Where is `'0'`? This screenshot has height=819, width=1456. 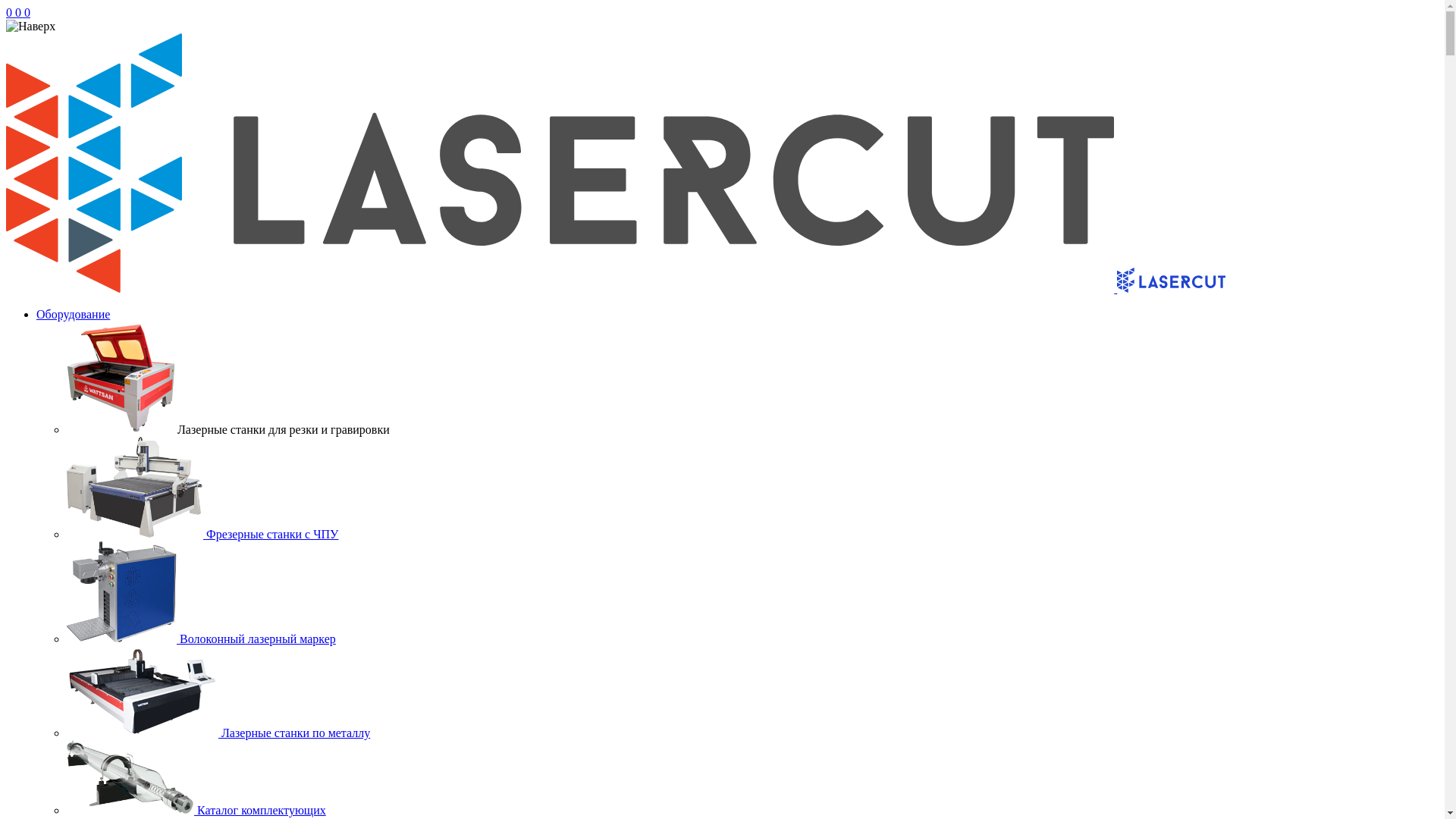
'0' is located at coordinates (11, 12).